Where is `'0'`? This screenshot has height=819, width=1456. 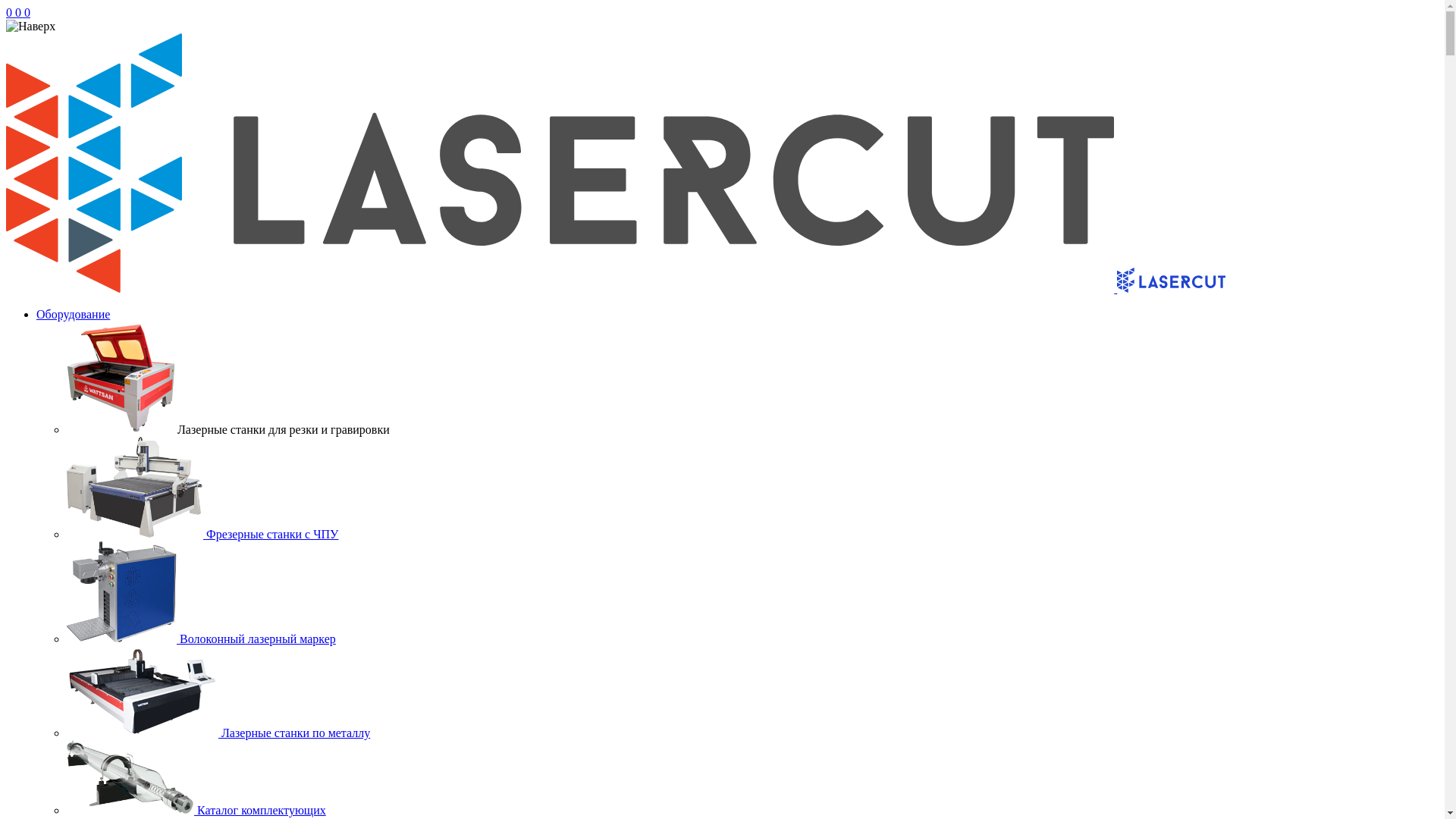
'0' is located at coordinates (11, 12).